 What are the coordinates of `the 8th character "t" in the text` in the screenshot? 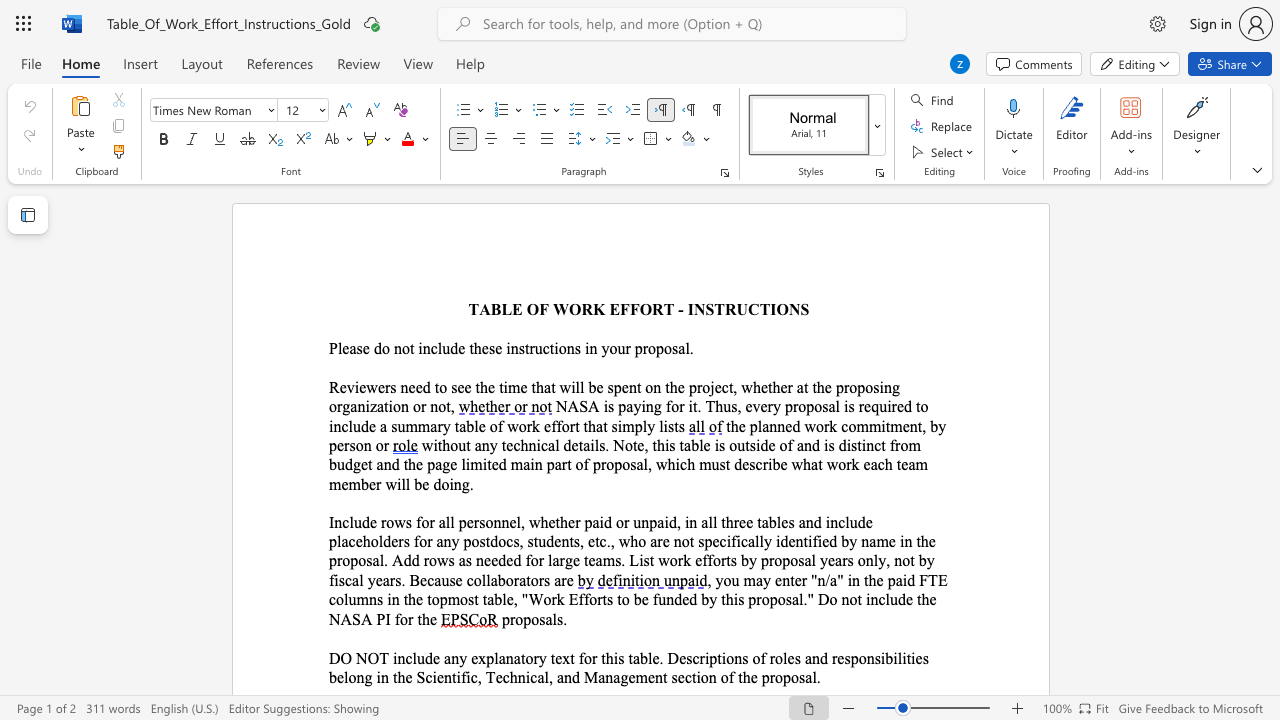 It's located at (395, 676).